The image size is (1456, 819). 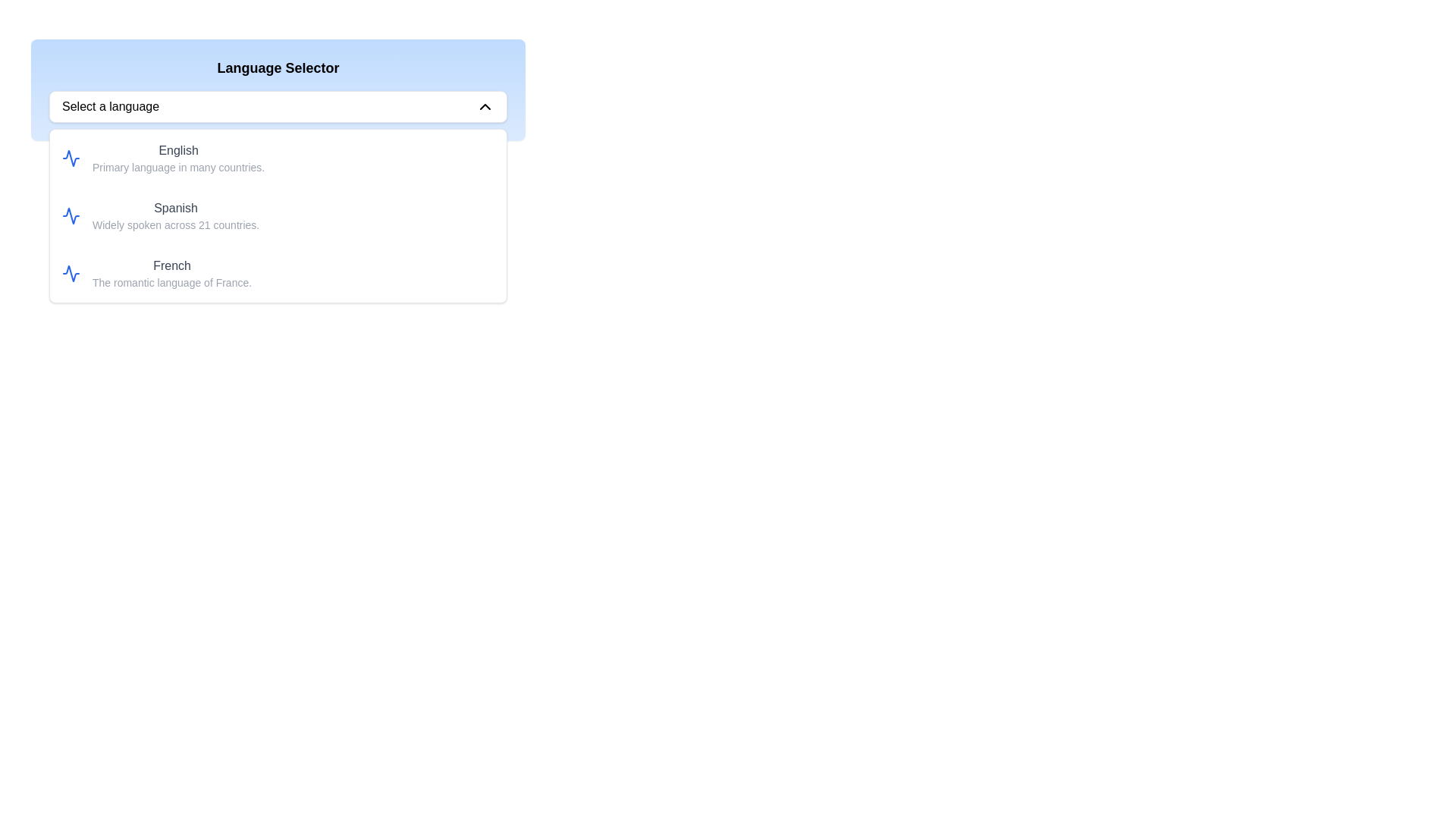 What do you see at coordinates (278, 274) in the screenshot?
I see `the third item in the dropdown menu` at bounding box center [278, 274].